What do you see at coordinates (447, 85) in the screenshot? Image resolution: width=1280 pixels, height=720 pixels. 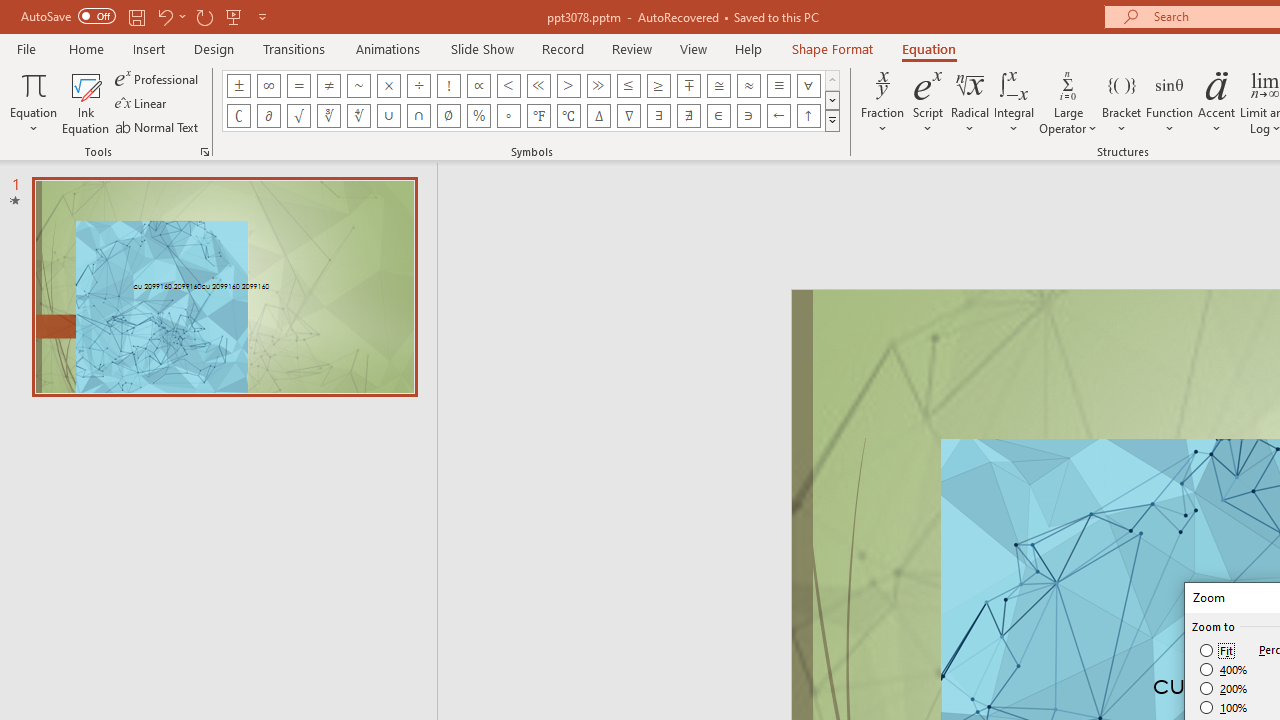 I see `'Equation Symbol Factorial'` at bounding box center [447, 85].